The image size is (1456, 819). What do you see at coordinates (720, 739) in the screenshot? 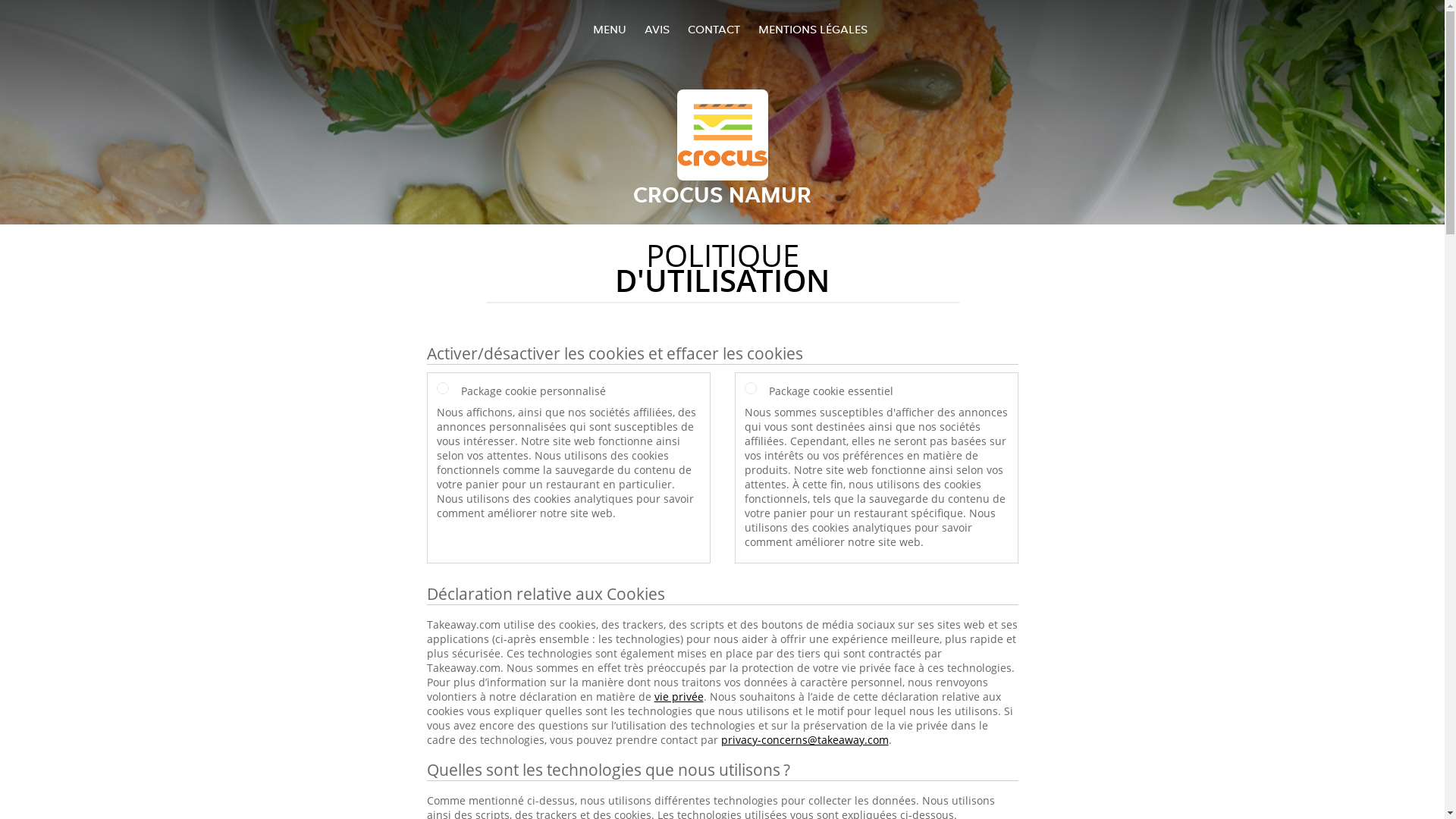
I see `'privacy-concerns@takeaway.com'` at bounding box center [720, 739].